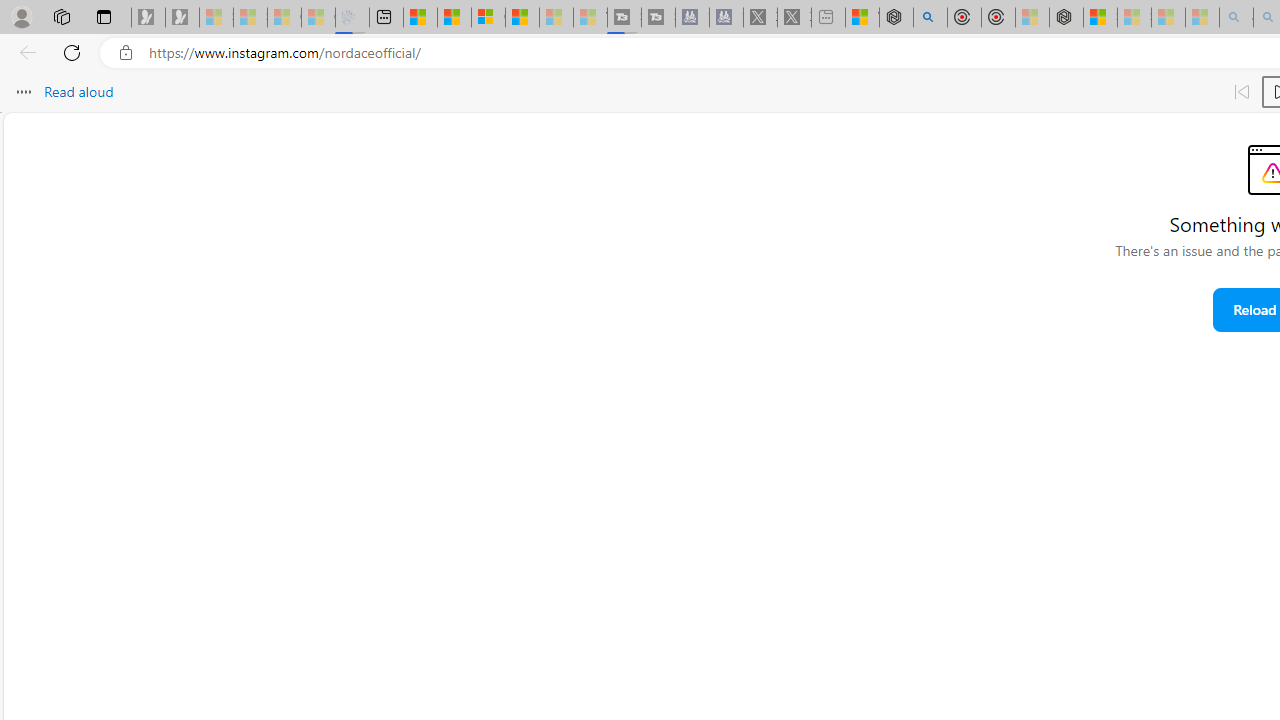  What do you see at coordinates (182, 17) in the screenshot?
I see `'Newsletter Sign Up - Sleeping'` at bounding box center [182, 17].